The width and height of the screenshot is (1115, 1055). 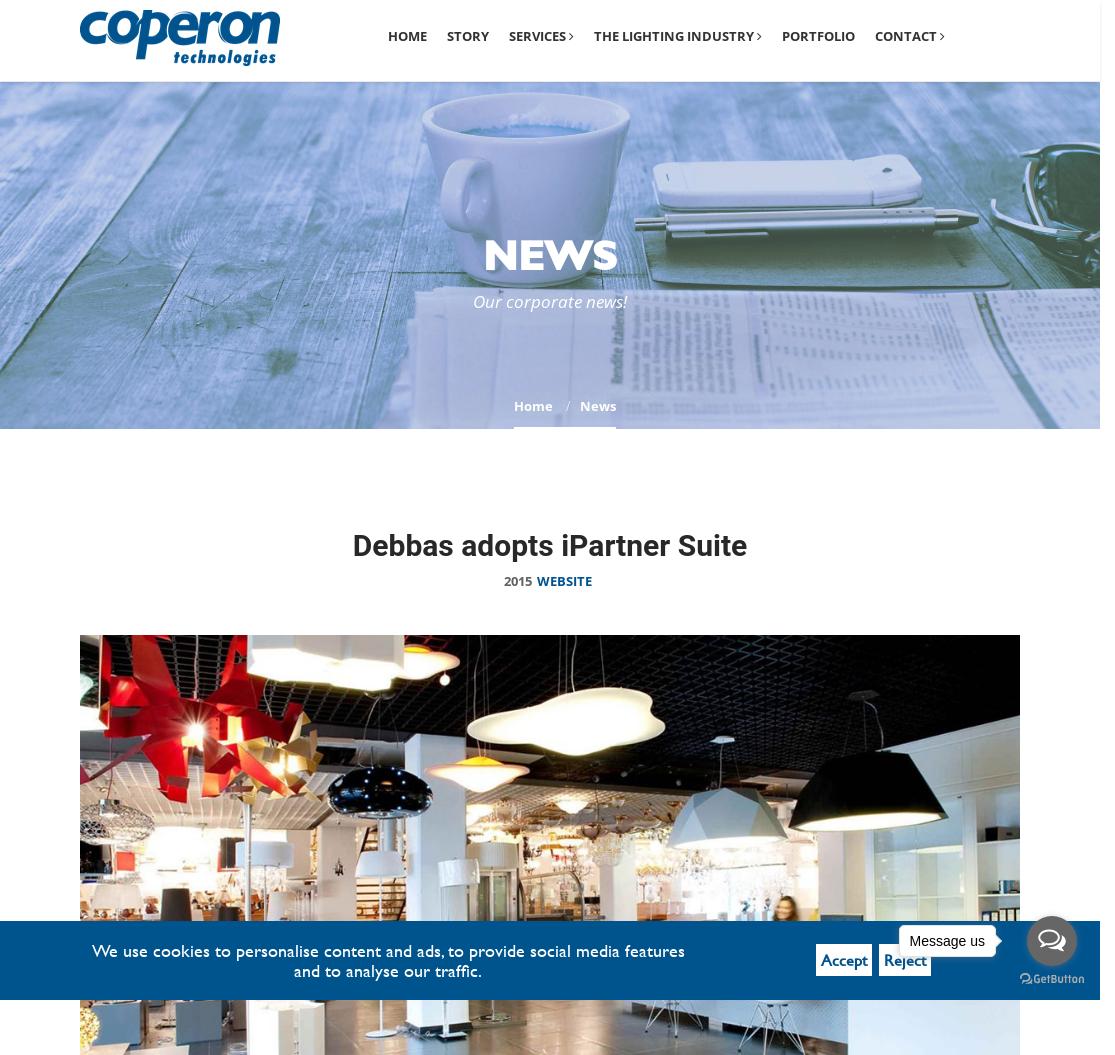 I want to click on 'Home', so click(x=406, y=35).